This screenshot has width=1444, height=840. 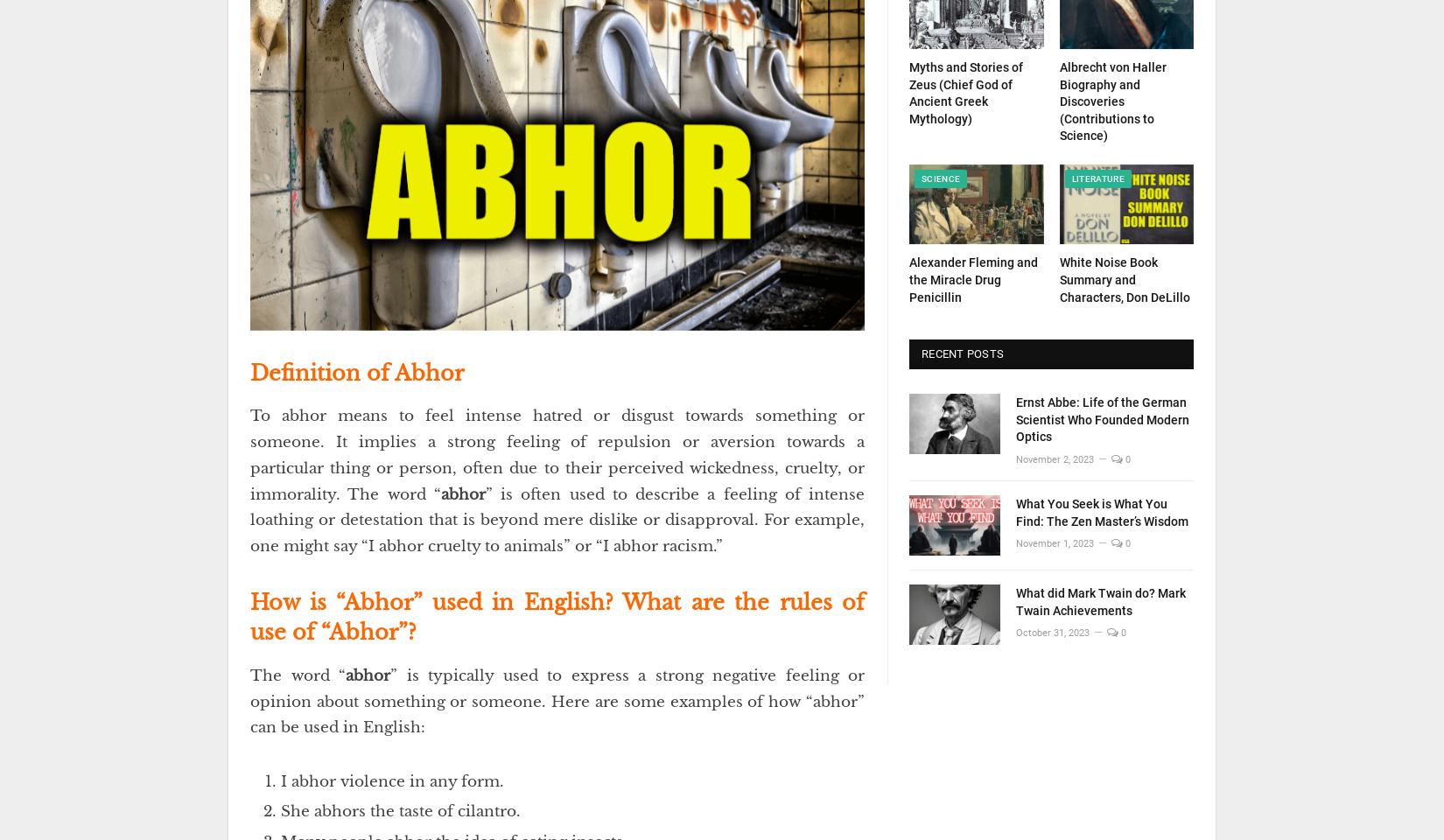 I want to click on 'Science', so click(x=940, y=178).